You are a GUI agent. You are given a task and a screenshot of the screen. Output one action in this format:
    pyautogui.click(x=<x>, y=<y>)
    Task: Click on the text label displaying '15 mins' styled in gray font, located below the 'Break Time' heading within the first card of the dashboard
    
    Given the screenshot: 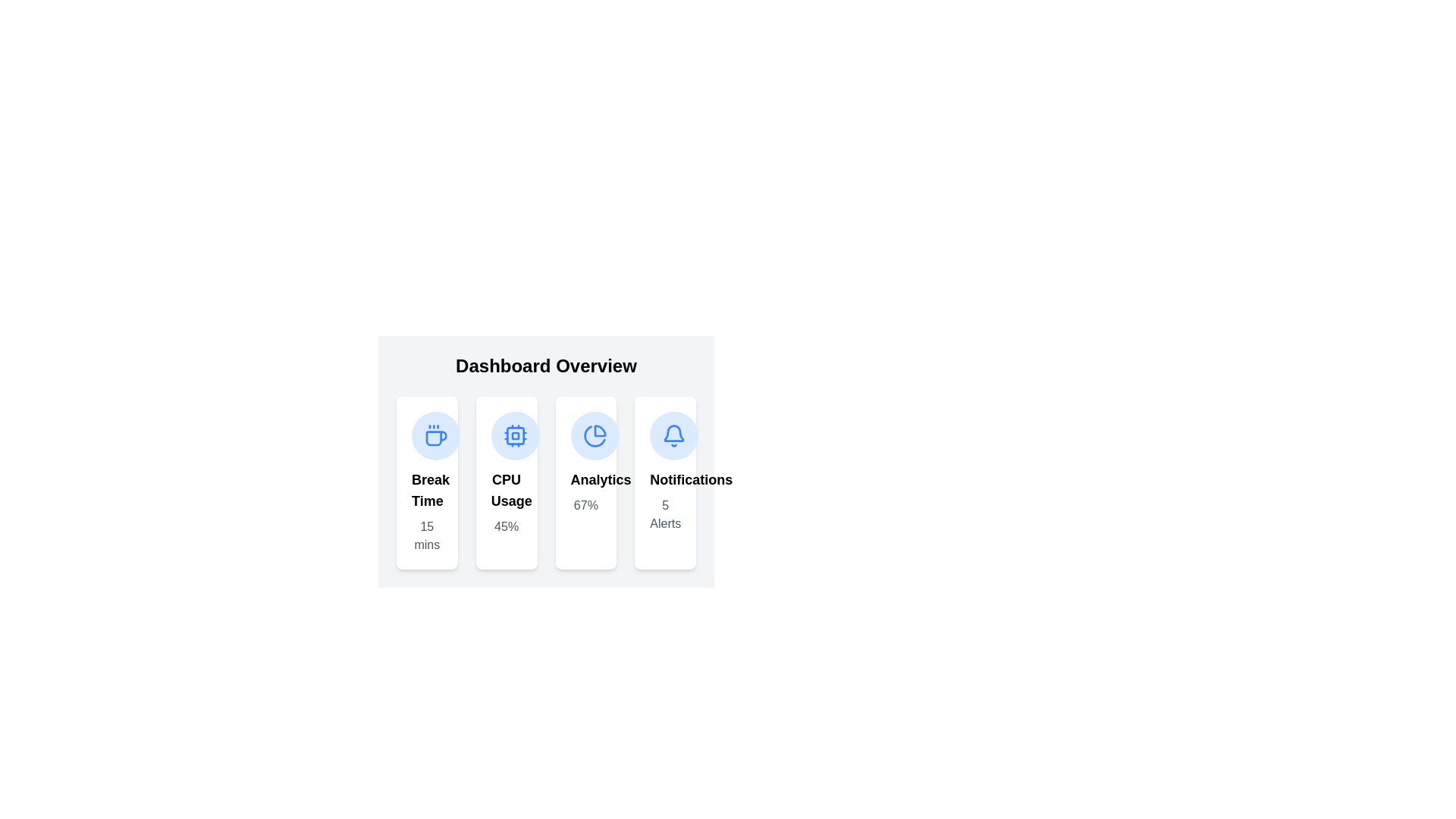 What is the action you would take?
    pyautogui.click(x=426, y=535)
    